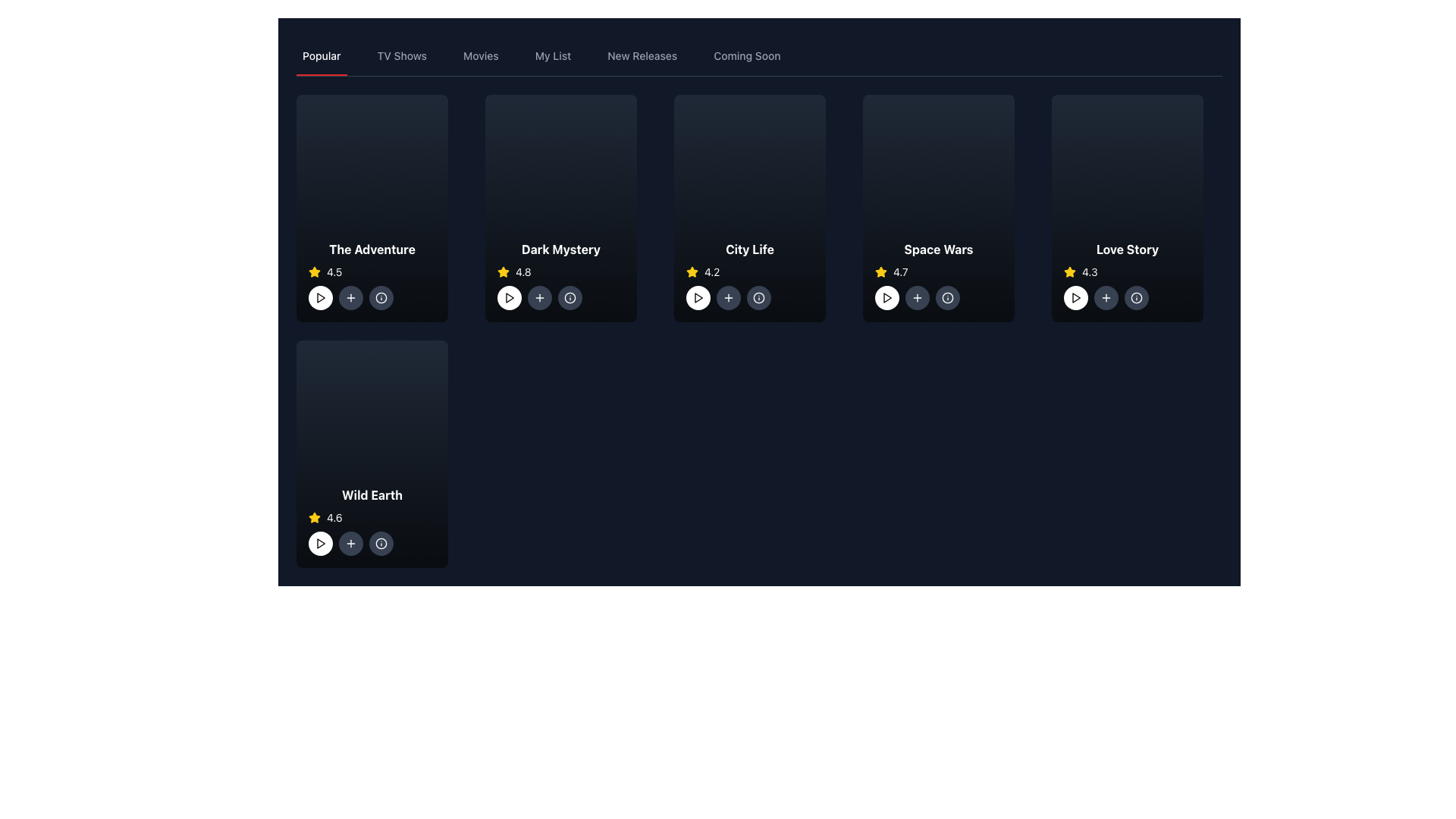  I want to click on the circular icon with a thick border and a dot at its center, located in the lower-right corner of the 'Wild Earth' card, so click(381, 543).